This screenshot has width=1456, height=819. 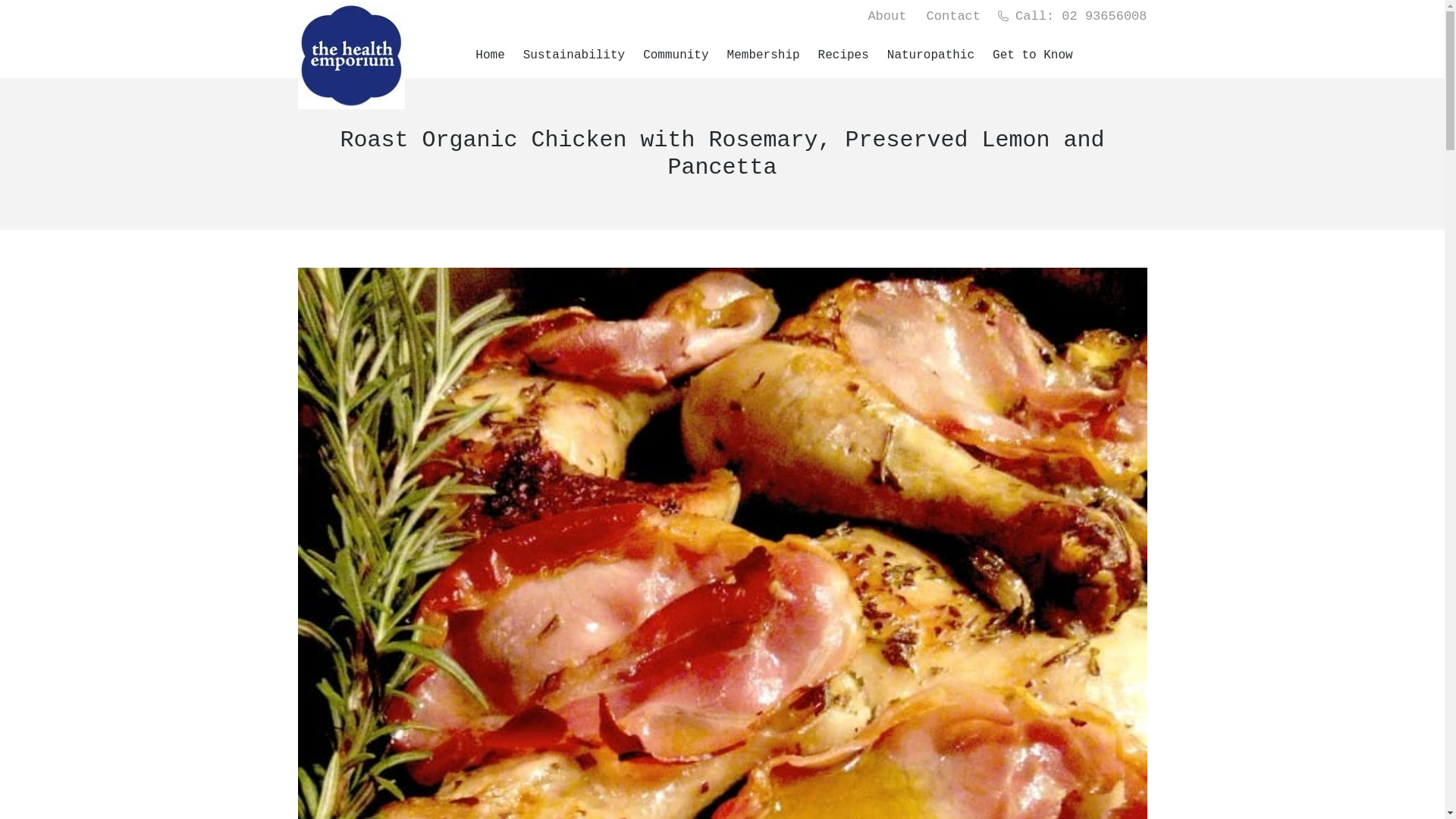 I want to click on 'Recipes', so click(x=844, y=55).